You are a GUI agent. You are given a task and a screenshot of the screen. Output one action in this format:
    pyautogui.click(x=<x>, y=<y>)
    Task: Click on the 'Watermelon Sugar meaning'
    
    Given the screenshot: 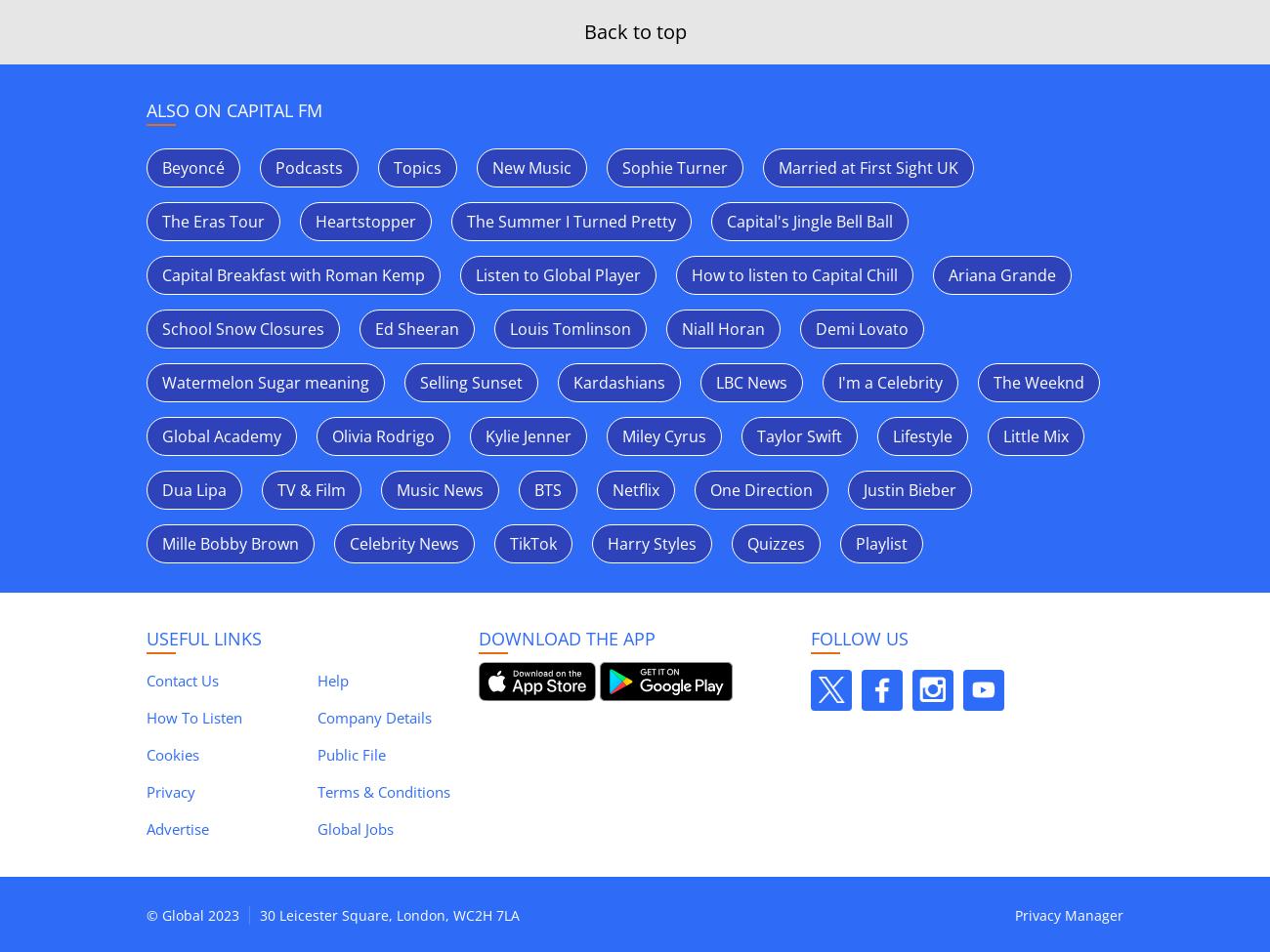 What is the action you would take?
    pyautogui.click(x=264, y=383)
    